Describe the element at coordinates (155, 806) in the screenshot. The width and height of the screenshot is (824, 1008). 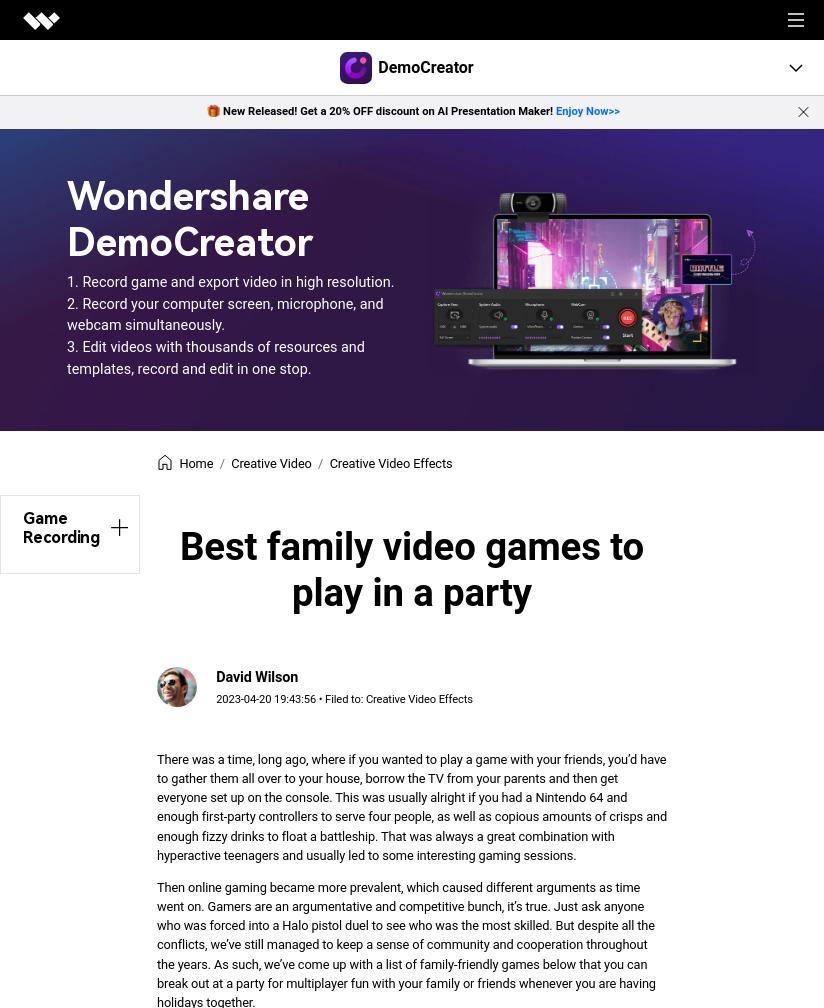
I see `'There was a time, long ago, where if you wanted to play a game with your friends, you’d have to gather them all over to your house, borrow the TV from your parents and then get everyone set up on the console. This was usually alright if you had a Nintendo 64 and enough first-party controllers to serve four people, as well as copious amounts of crisps and enough fizzy drinks to float a battleship. That was always a great combination with hyperactive teenagers and usually led to some interesting gaming sessions.'` at that location.